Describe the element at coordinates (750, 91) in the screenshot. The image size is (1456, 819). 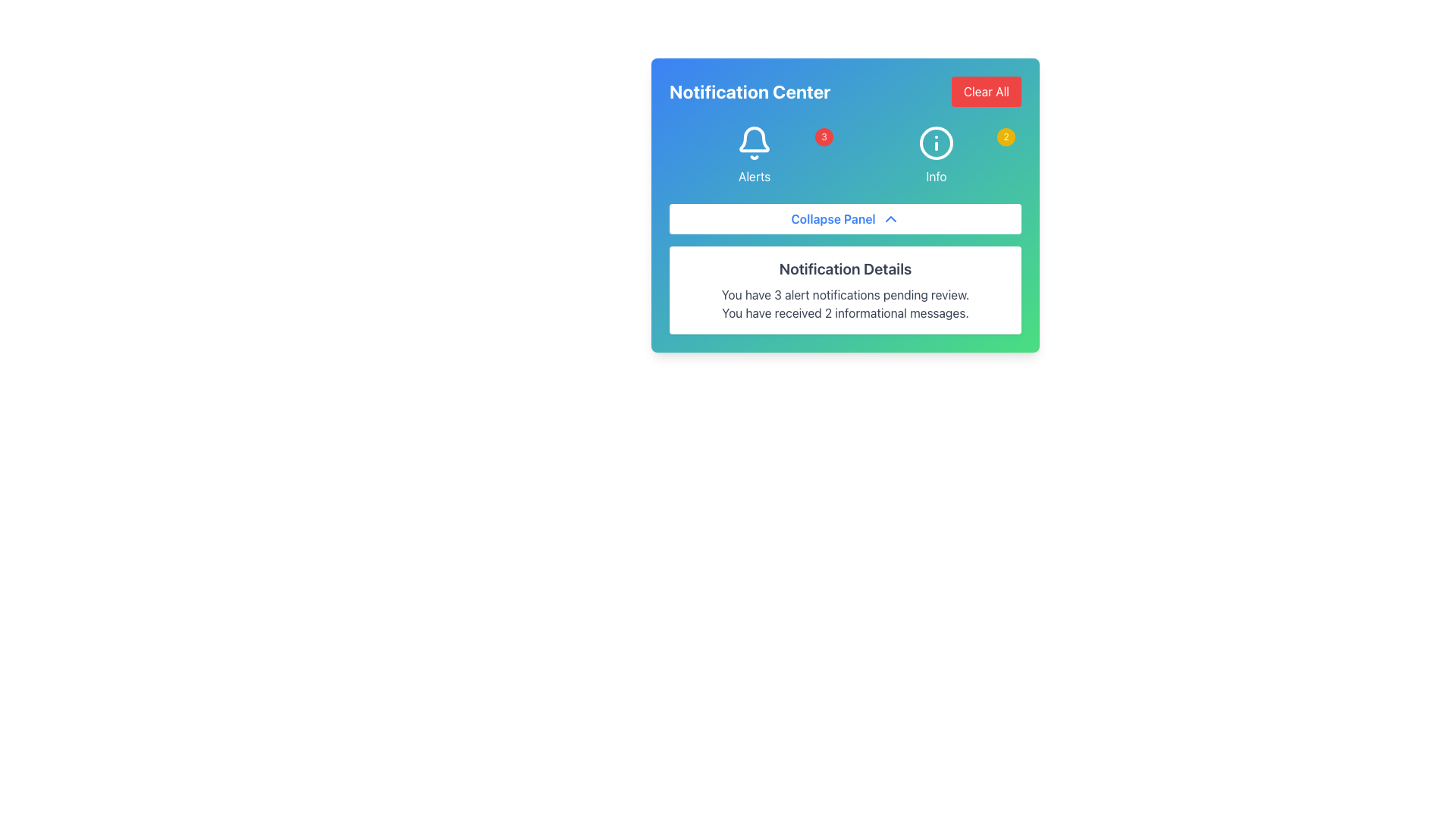
I see `text of the Heading located at the top left of the notification panel, which serves as the title and provides context to the user` at that location.